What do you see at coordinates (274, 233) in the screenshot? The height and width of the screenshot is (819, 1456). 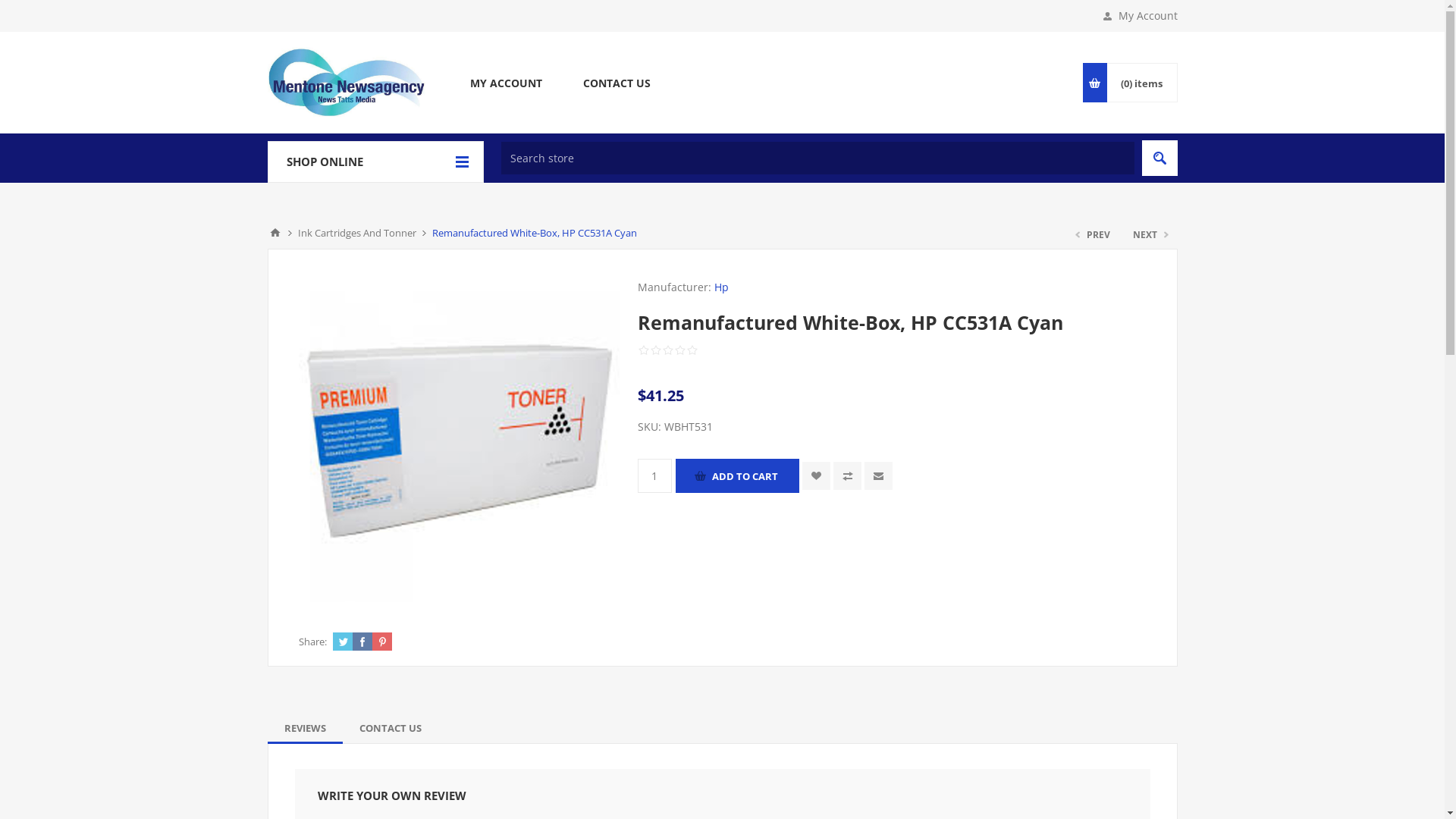 I see `'Home'` at bounding box center [274, 233].